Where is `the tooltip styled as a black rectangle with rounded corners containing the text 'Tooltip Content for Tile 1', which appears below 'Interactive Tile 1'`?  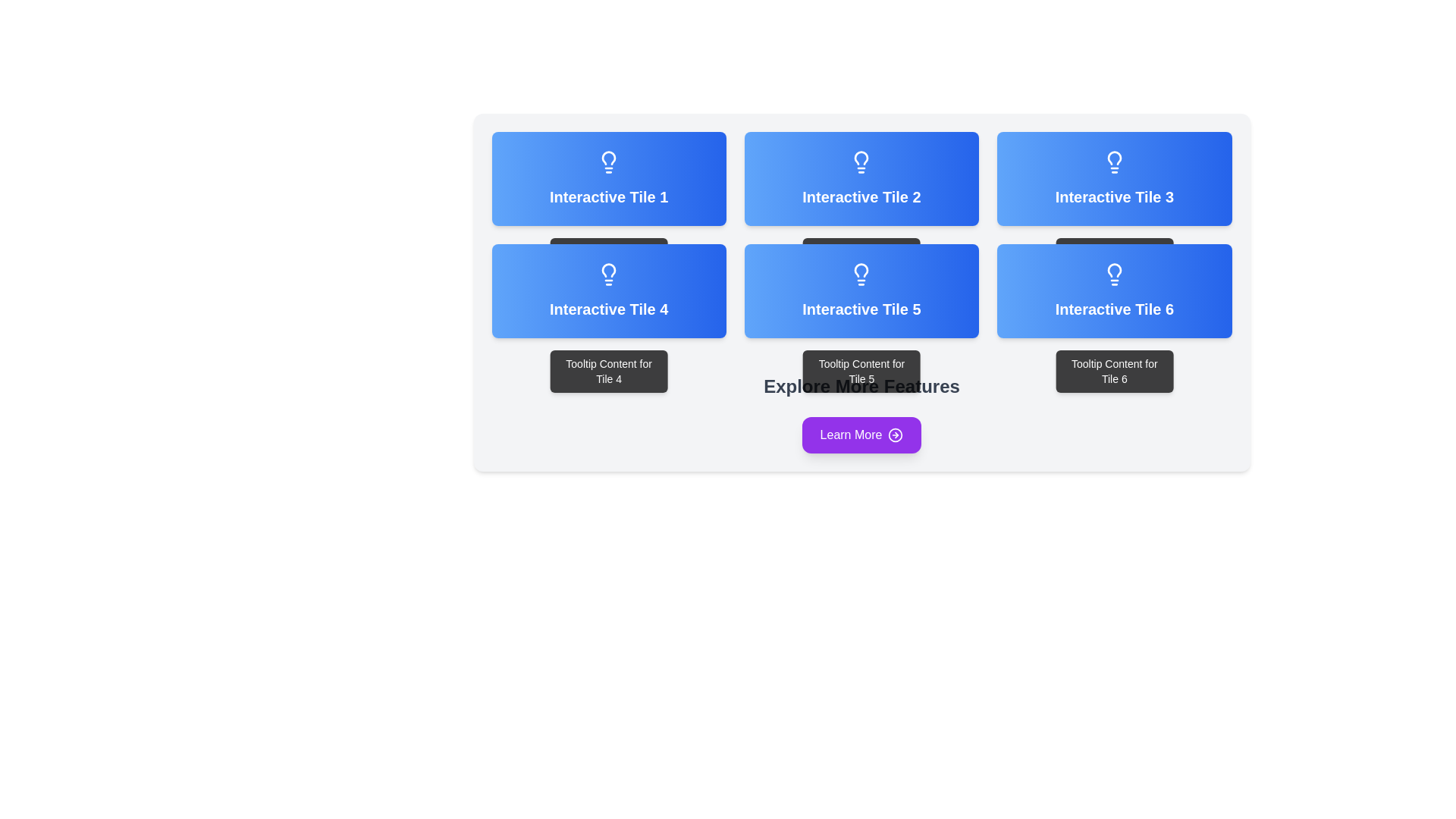 the tooltip styled as a black rectangle with rounded corners containing the text 'Tooltip Content for Tile 1', which appears below 'Interactive Tile 1' is located at coordinates (609, 259).